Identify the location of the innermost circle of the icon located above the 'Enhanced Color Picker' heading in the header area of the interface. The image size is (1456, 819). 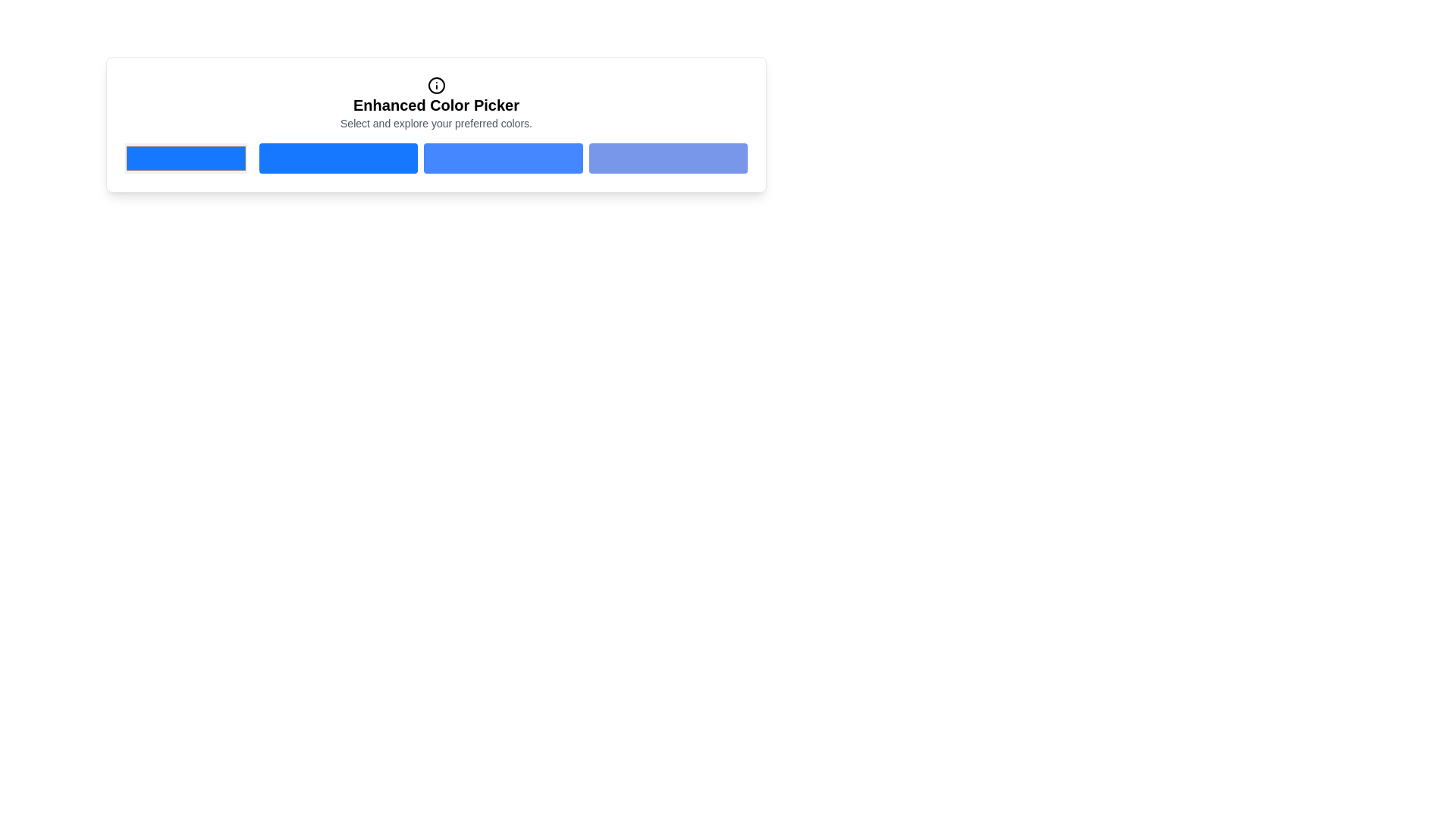
(435, 85).